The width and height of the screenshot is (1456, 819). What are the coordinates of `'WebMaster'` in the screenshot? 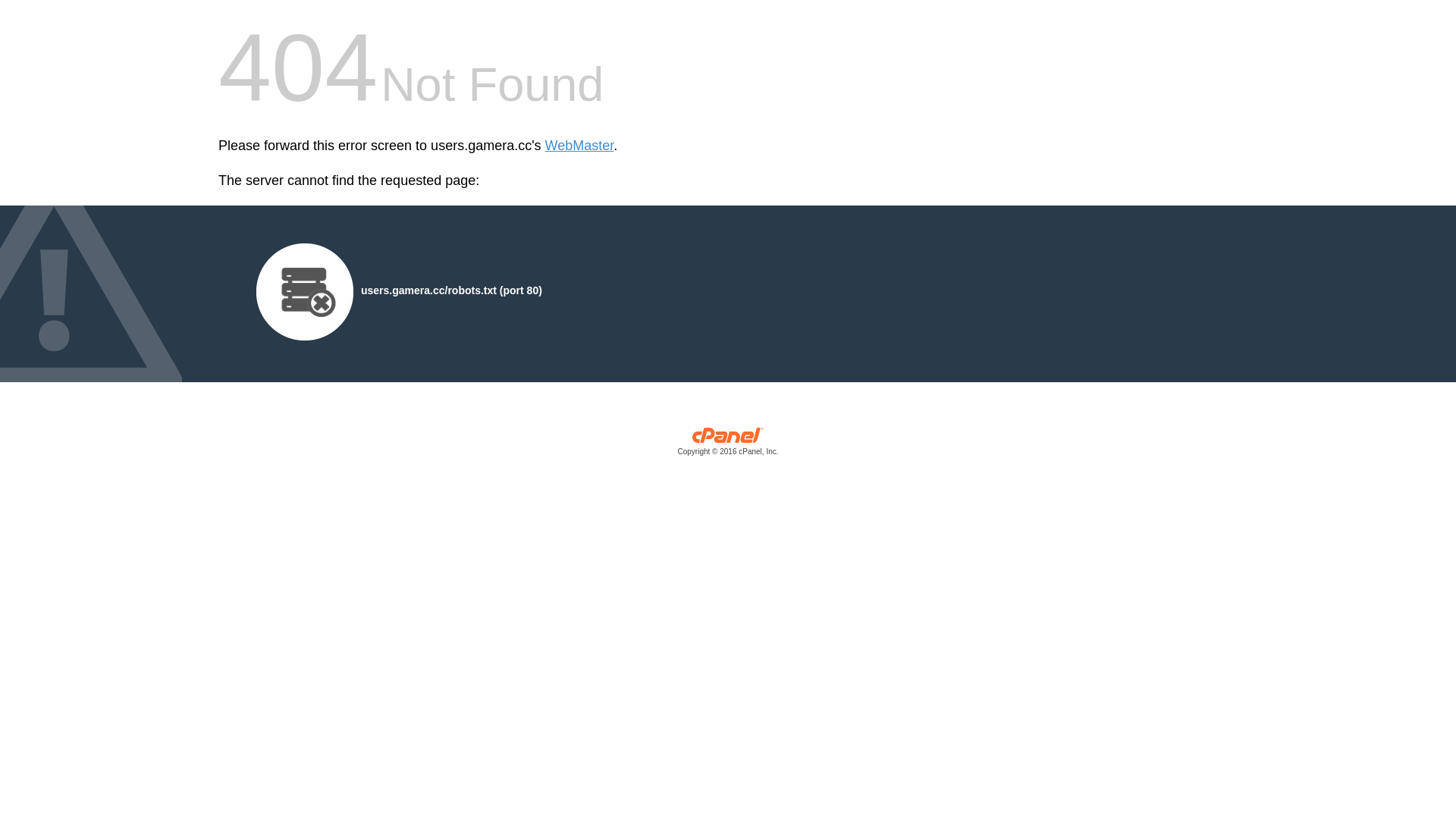 It's located at (579, 146).